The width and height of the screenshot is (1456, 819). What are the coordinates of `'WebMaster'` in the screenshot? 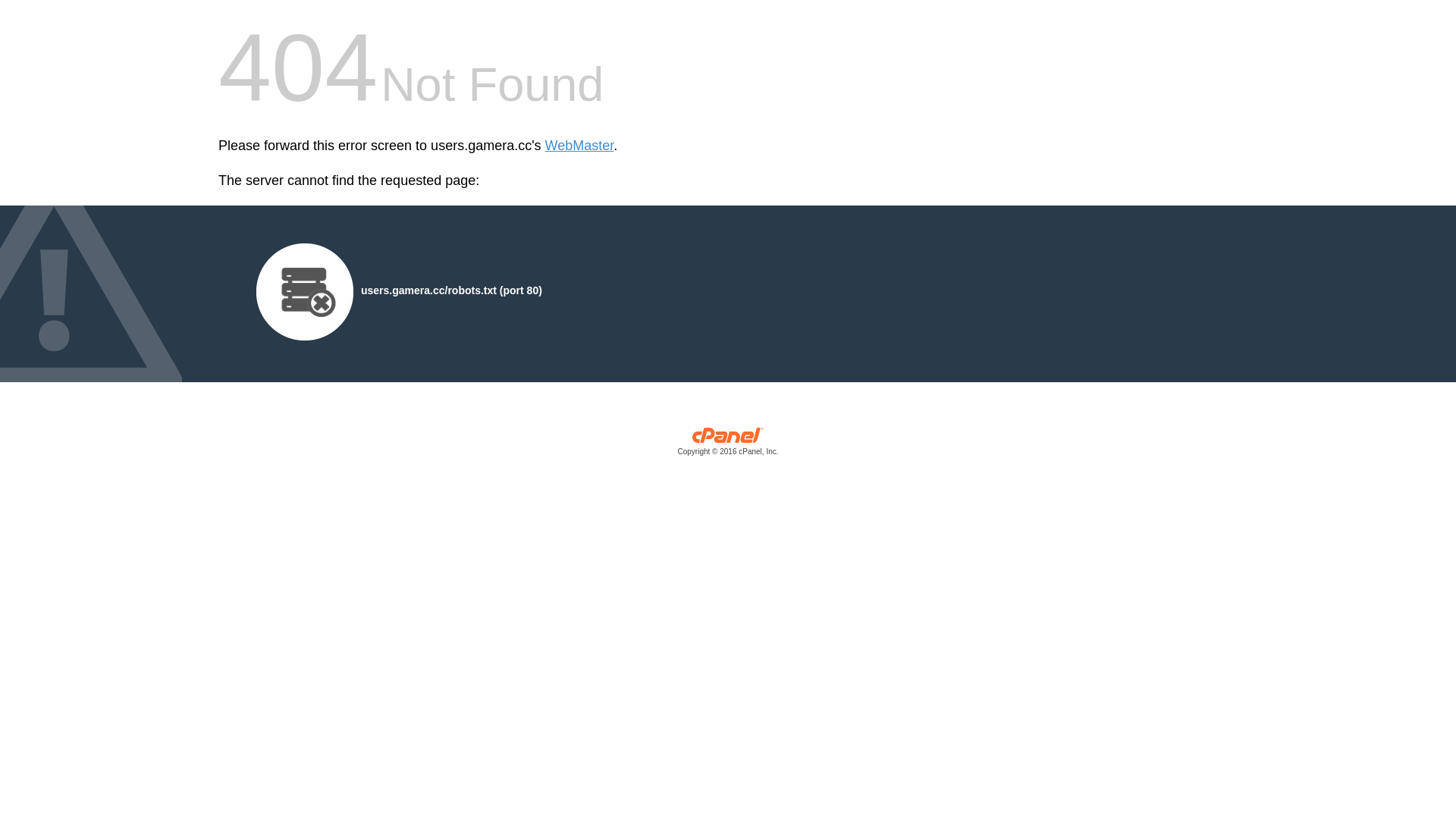 It's located at (579, 146).